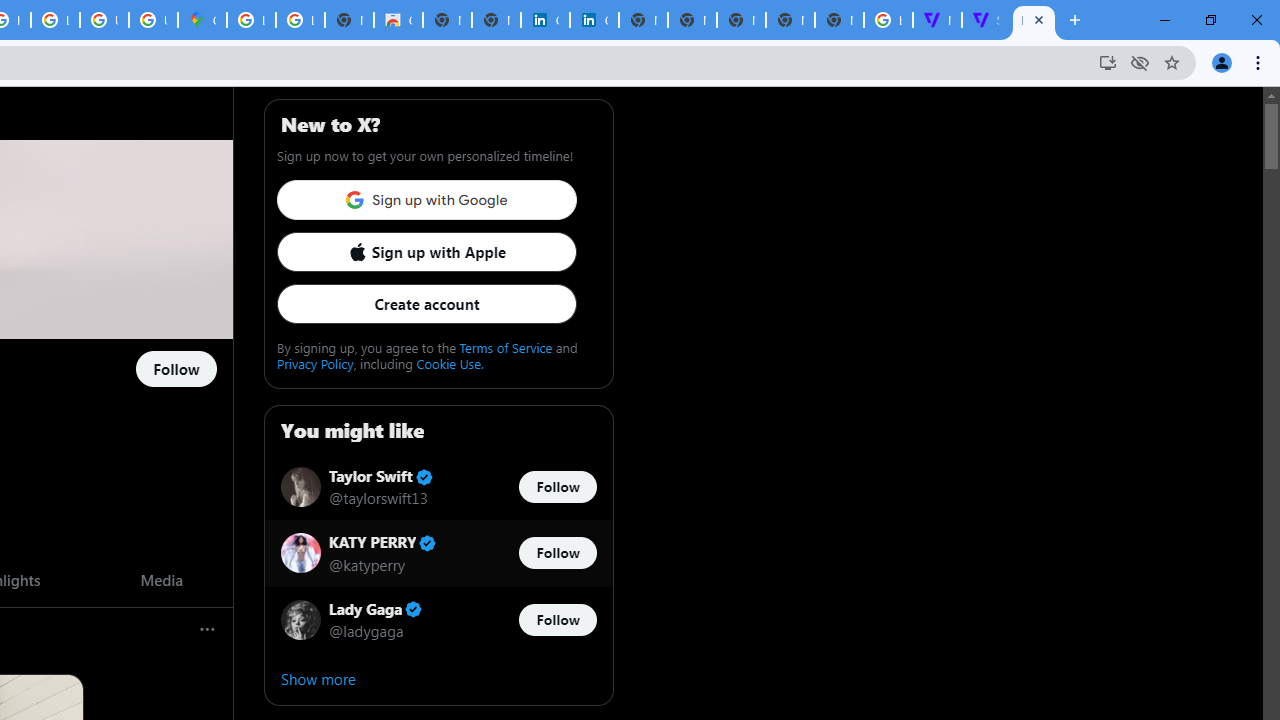 The height and width of the screenshot is (720, 1280). Describe the element at coordinates (1106, 61) in the screenshot. I see `'Install X'` at that location.